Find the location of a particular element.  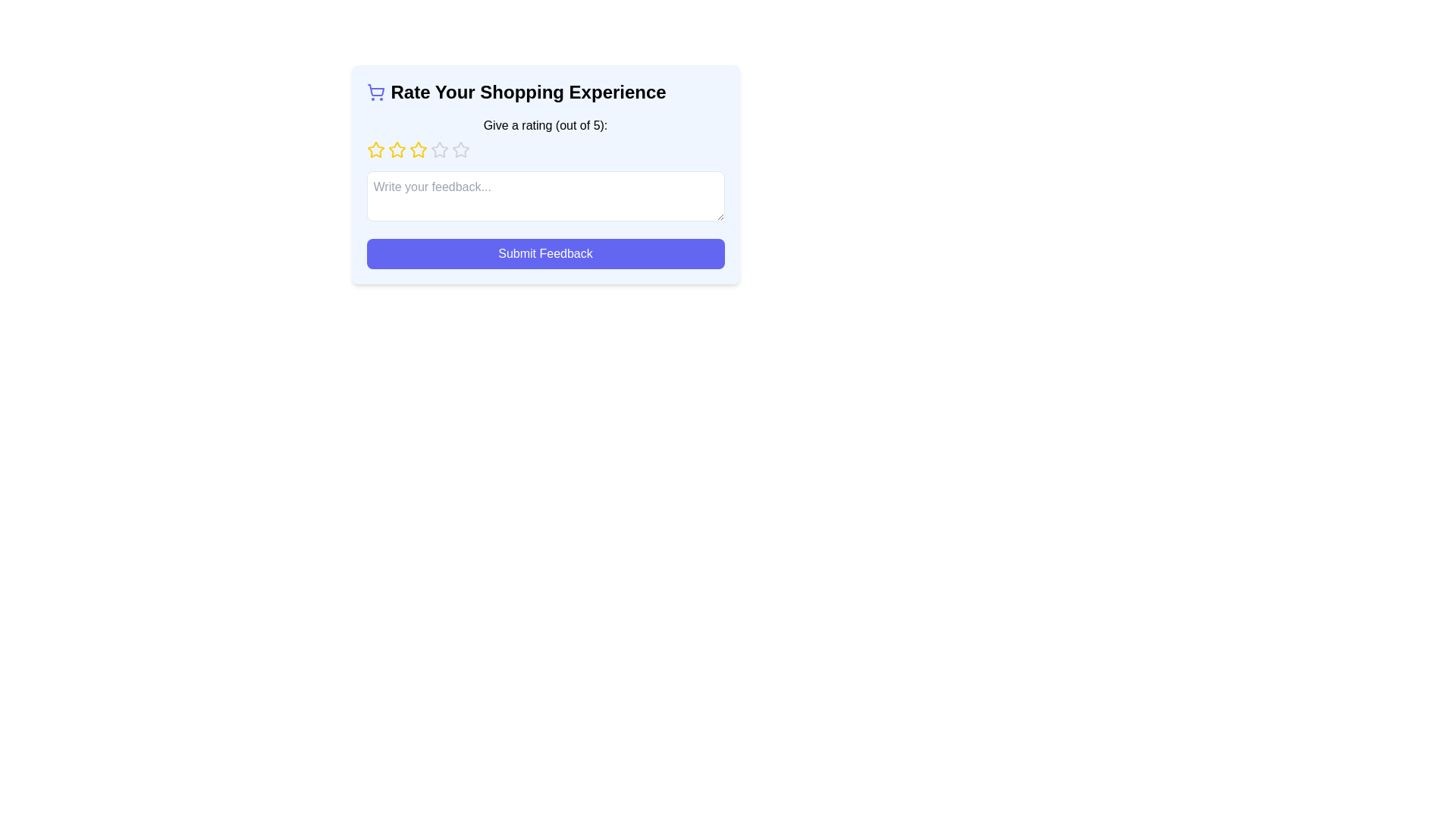

the 'Submit Feedback' button with keyboard navigation is located at coordinates (545, 253).